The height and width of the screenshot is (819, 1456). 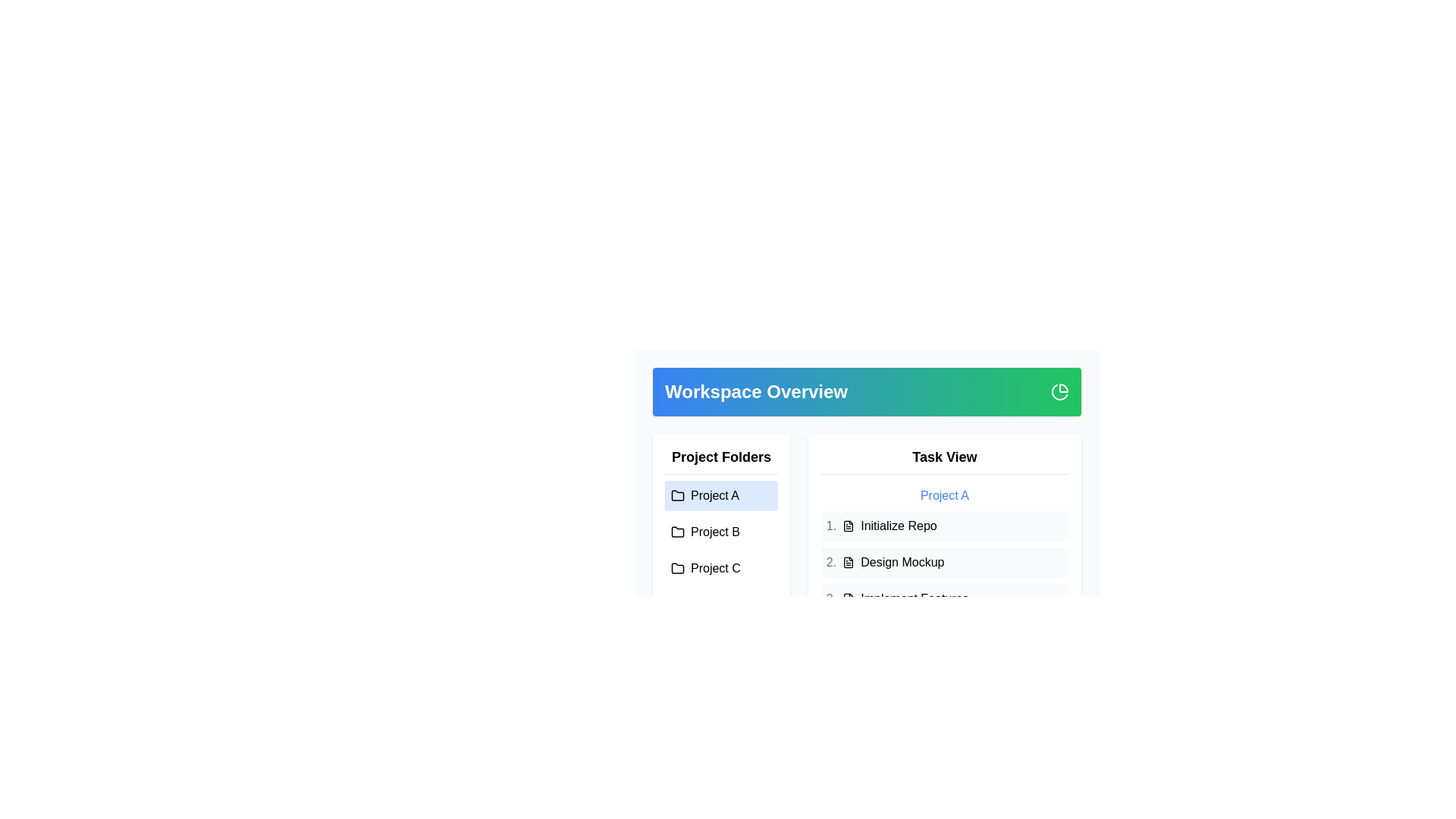 I want to click on the list item labeled '2. Design Mockup' to focus or select the task within the 'Task View' panel under 'Project A', so click(x=943, y=550).